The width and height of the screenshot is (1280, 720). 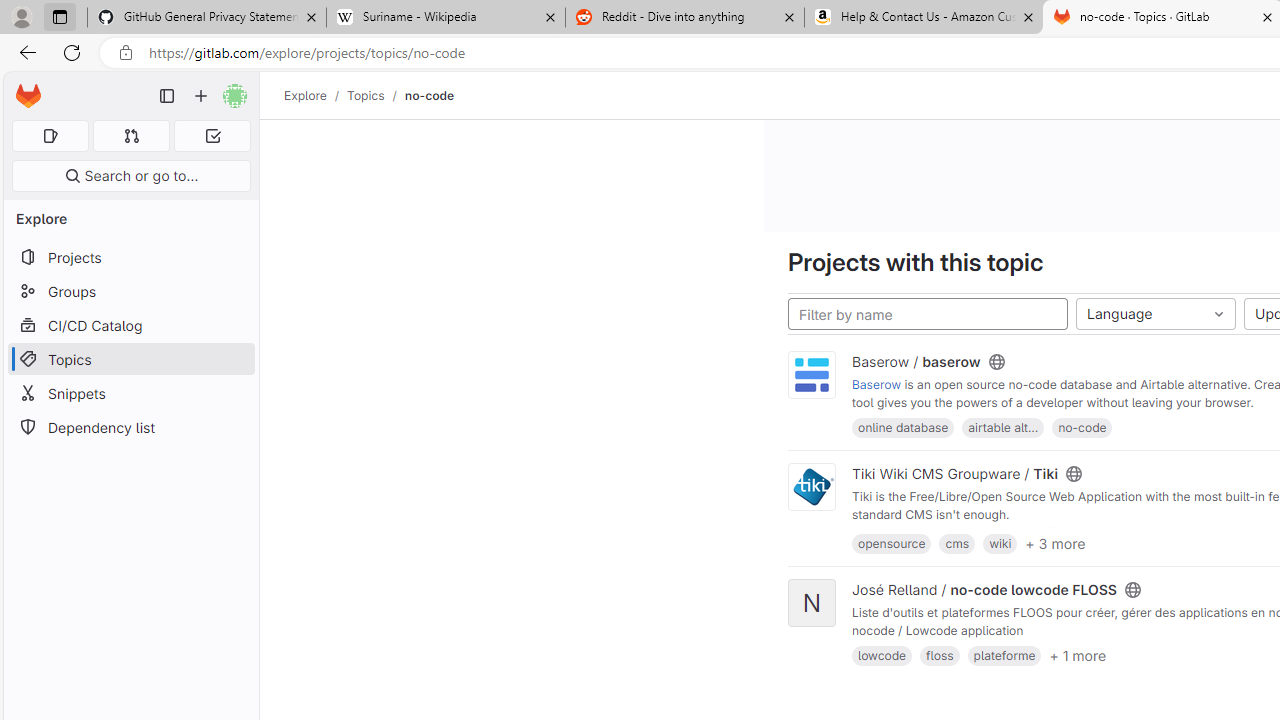 What do you see at coordinates (1000, 543) in the screenshot?
I see `'wiki'` at bounding box center [1000, 543].